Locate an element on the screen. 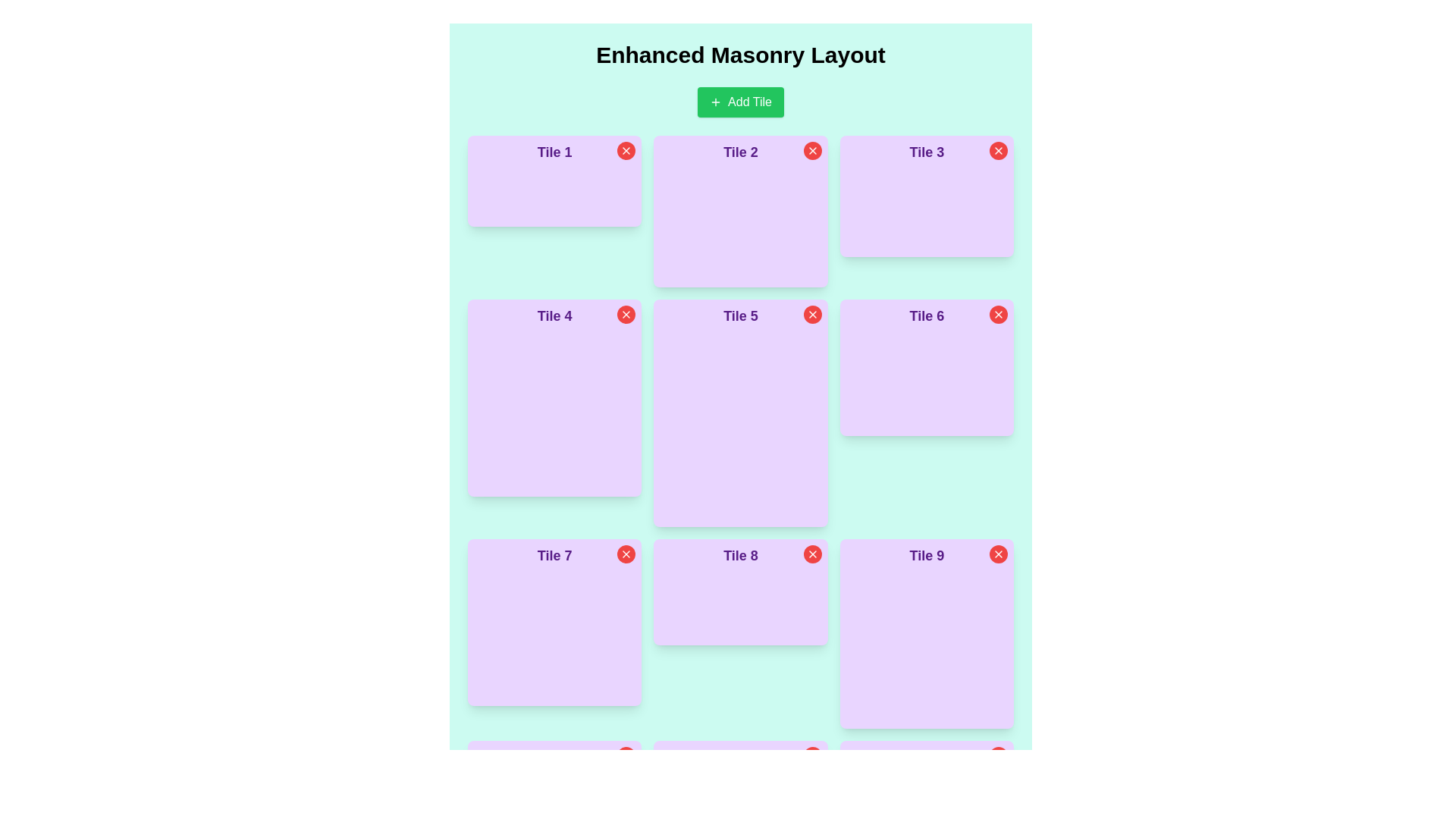  the display tile labeled 'Tile 2' which includes a close button in the top-right corner, located in the second column of the first row of the grid layout is located at coordinates (740, 211).